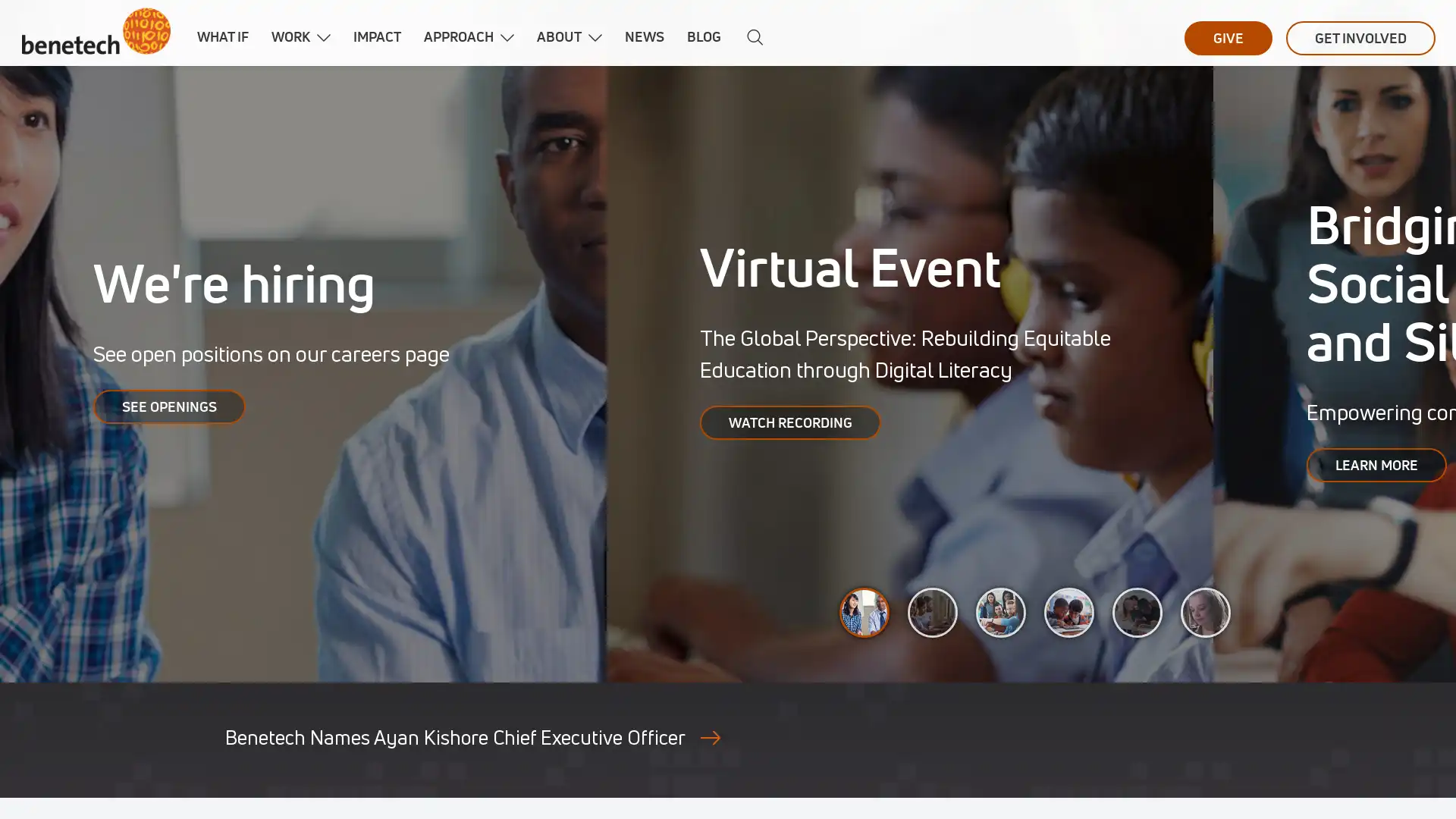 The width and height of the screenshot is (1456, 819). I want to click on Bridging the Social Sector and Silicon Valley, so click(1001, 611).